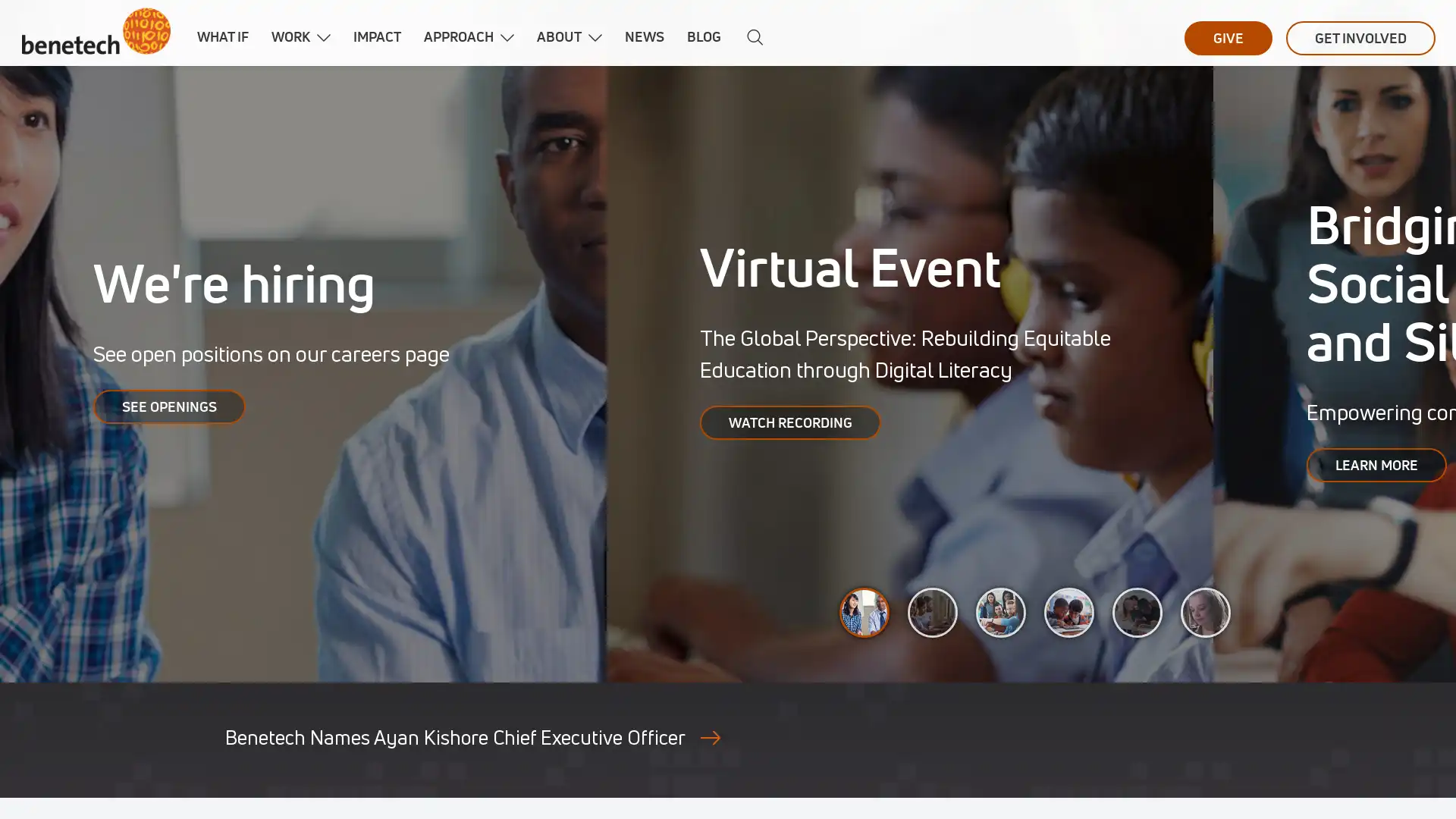 The width and height of the screenshot is (1456, 819). I want to click on Bridging the Social Sector and Silicon Valley, so click(1001, 611).